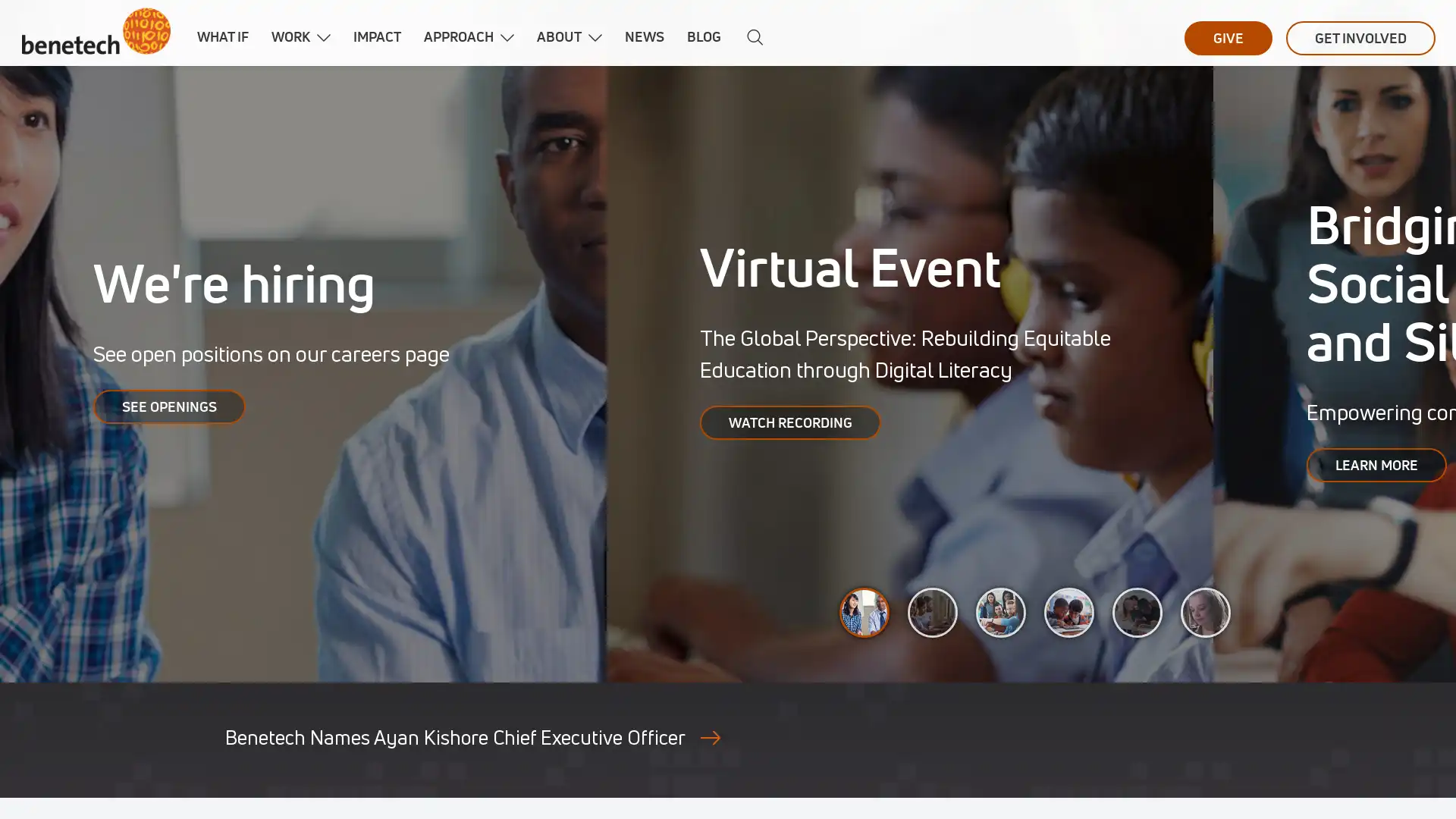 The width and height of the screenshot is (1456, 819). I want to click on Bridging the Social Sector and Silicon Valley, so click(1001, 611).